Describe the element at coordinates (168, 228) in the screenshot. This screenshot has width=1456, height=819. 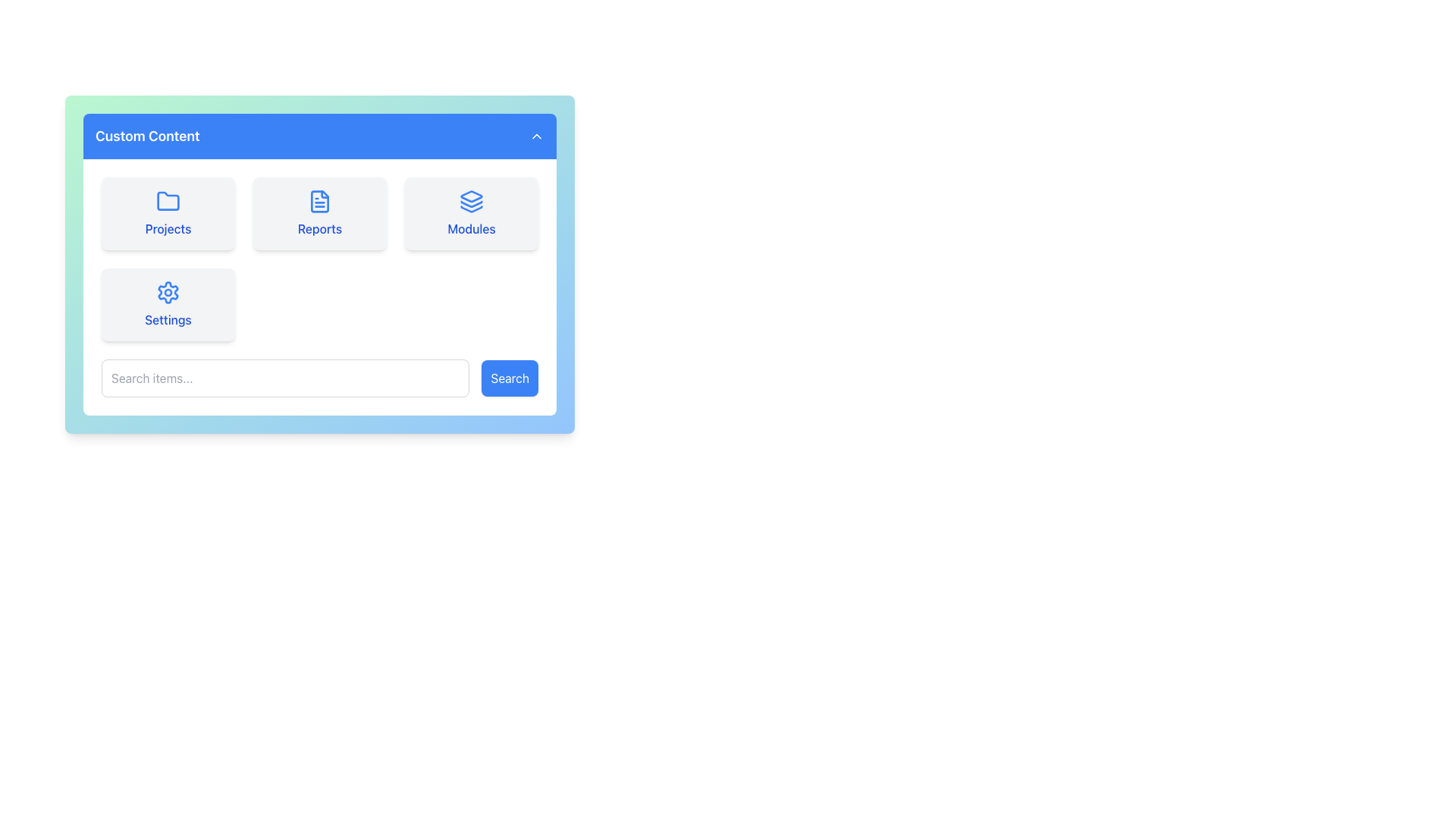
I see `the 'Projects' text label that annotates the clickable box, indicating its relation to 'Projects'` at that location.